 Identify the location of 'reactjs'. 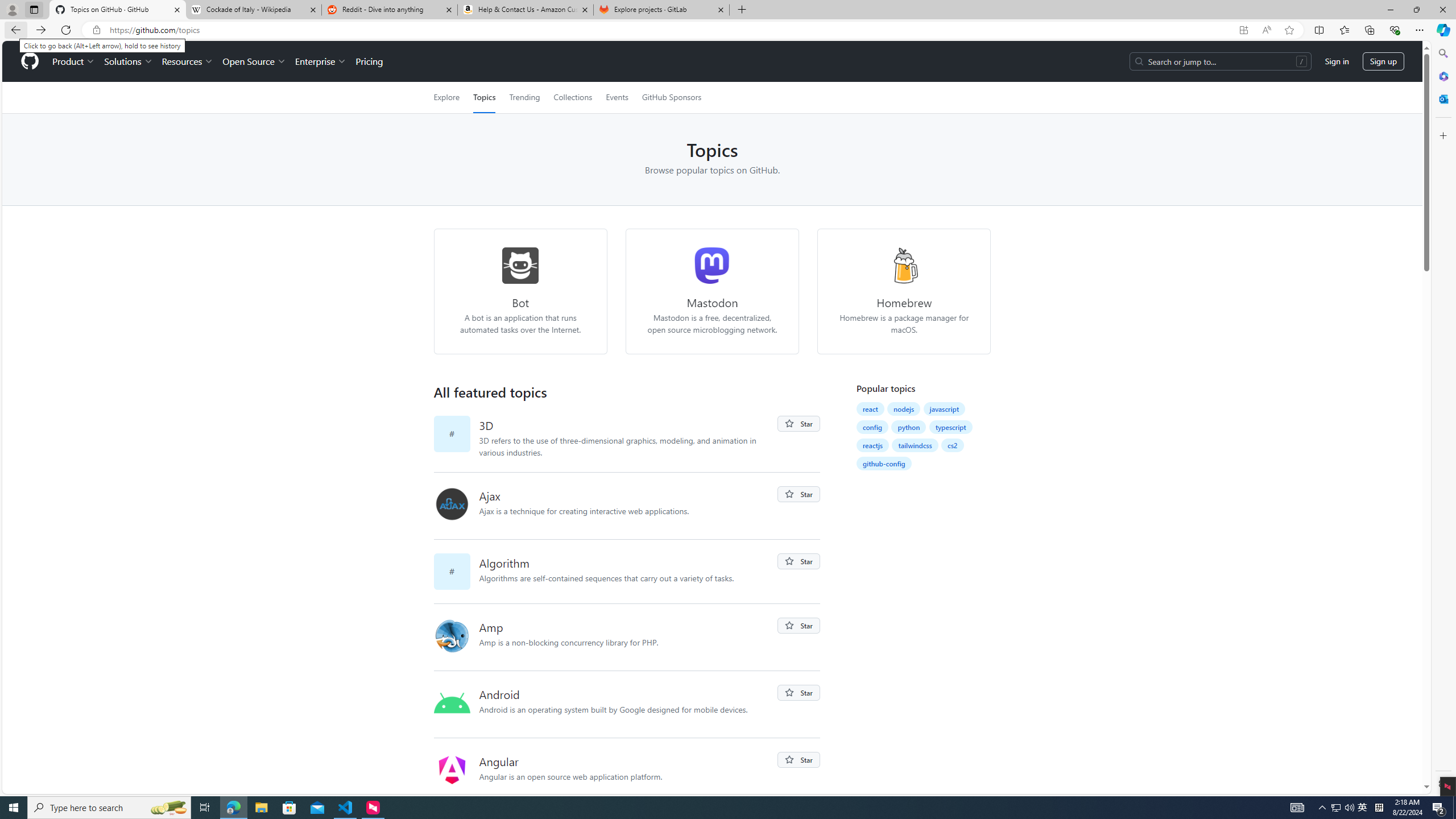
(872, 444).